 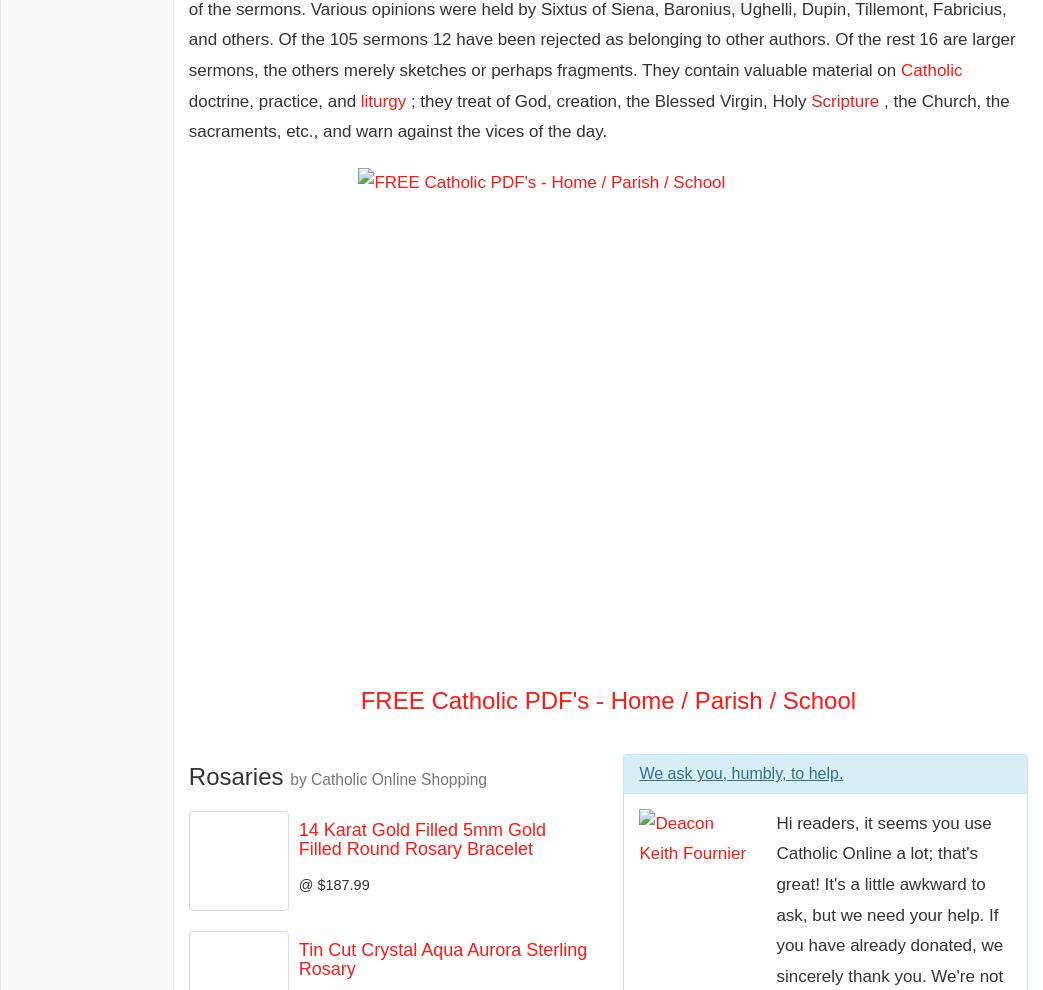 I want to click on 'Rosaries', so click(x=238, y=776).